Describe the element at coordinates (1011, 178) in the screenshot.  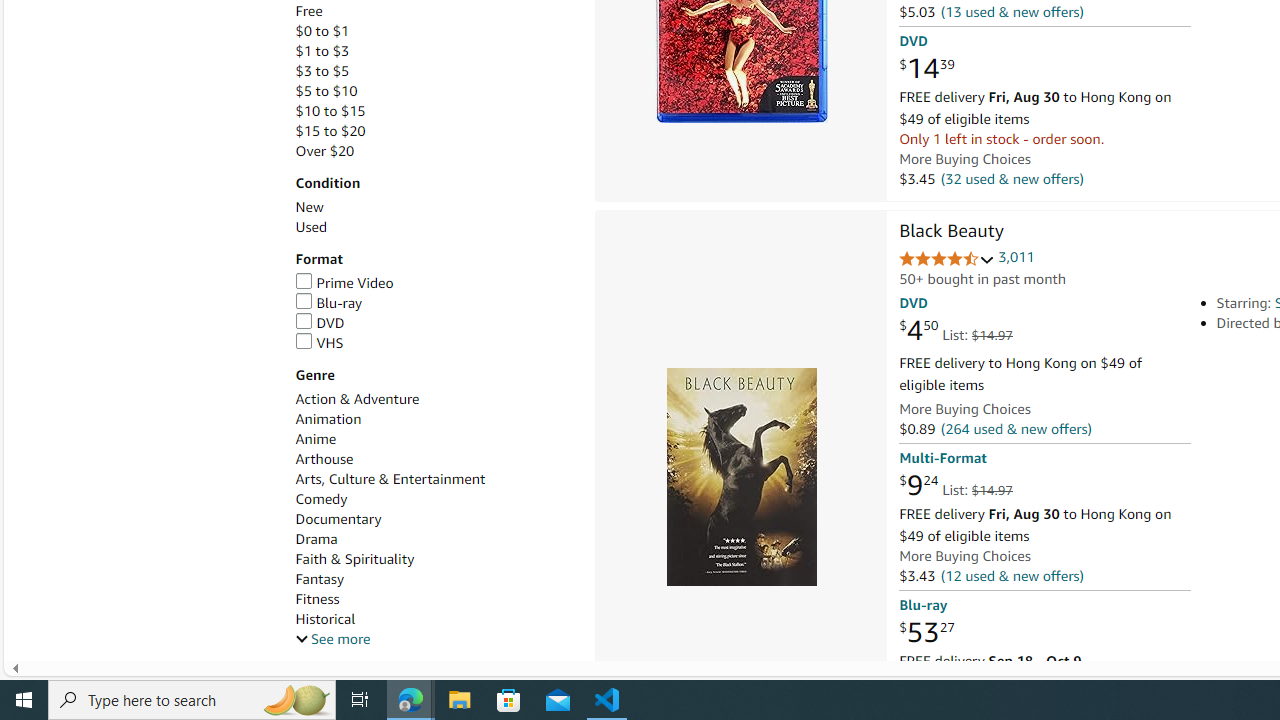
I see `'(32 used & new offers)'` at that location.